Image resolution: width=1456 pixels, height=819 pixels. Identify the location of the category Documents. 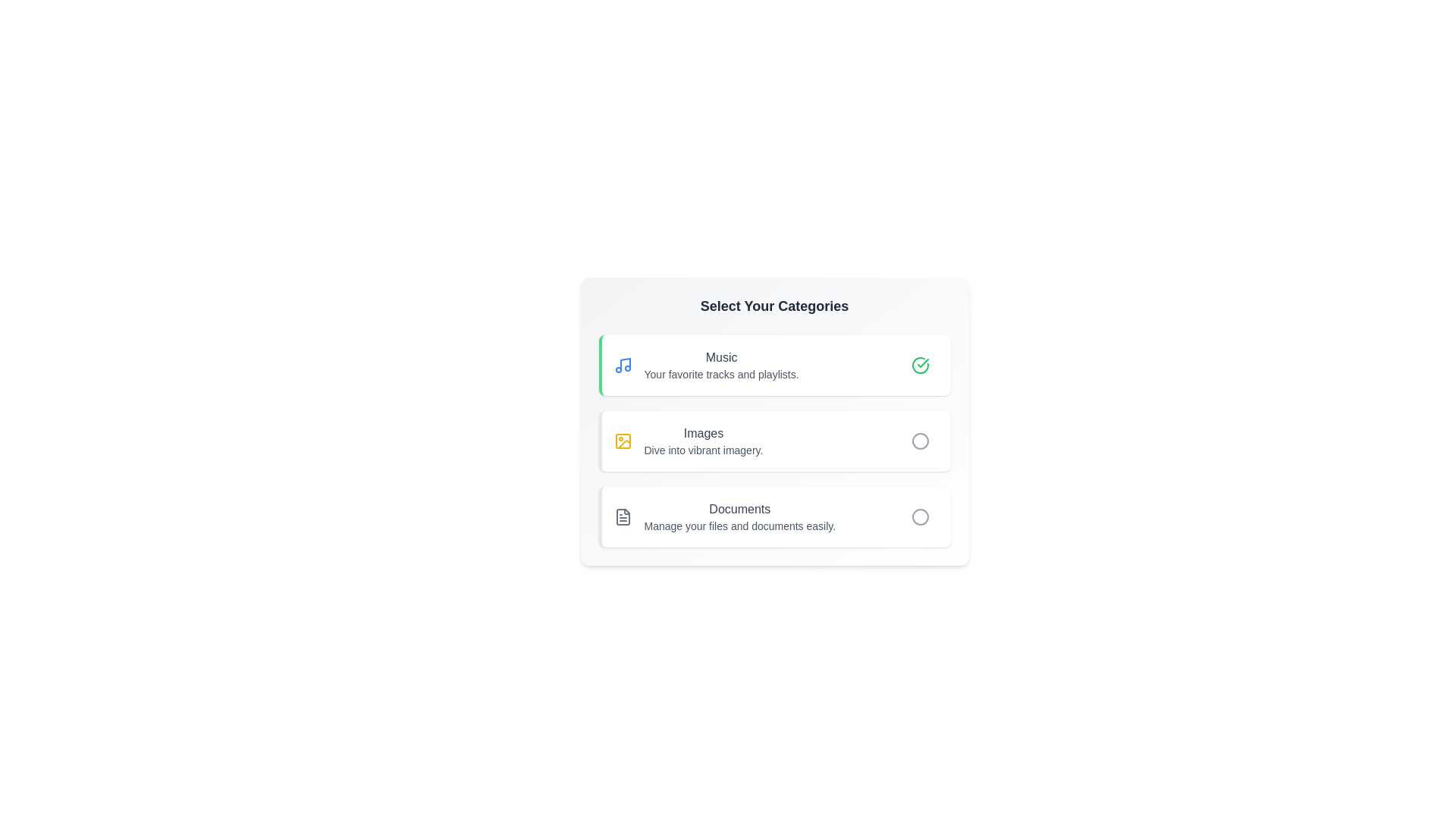
(774, 516).